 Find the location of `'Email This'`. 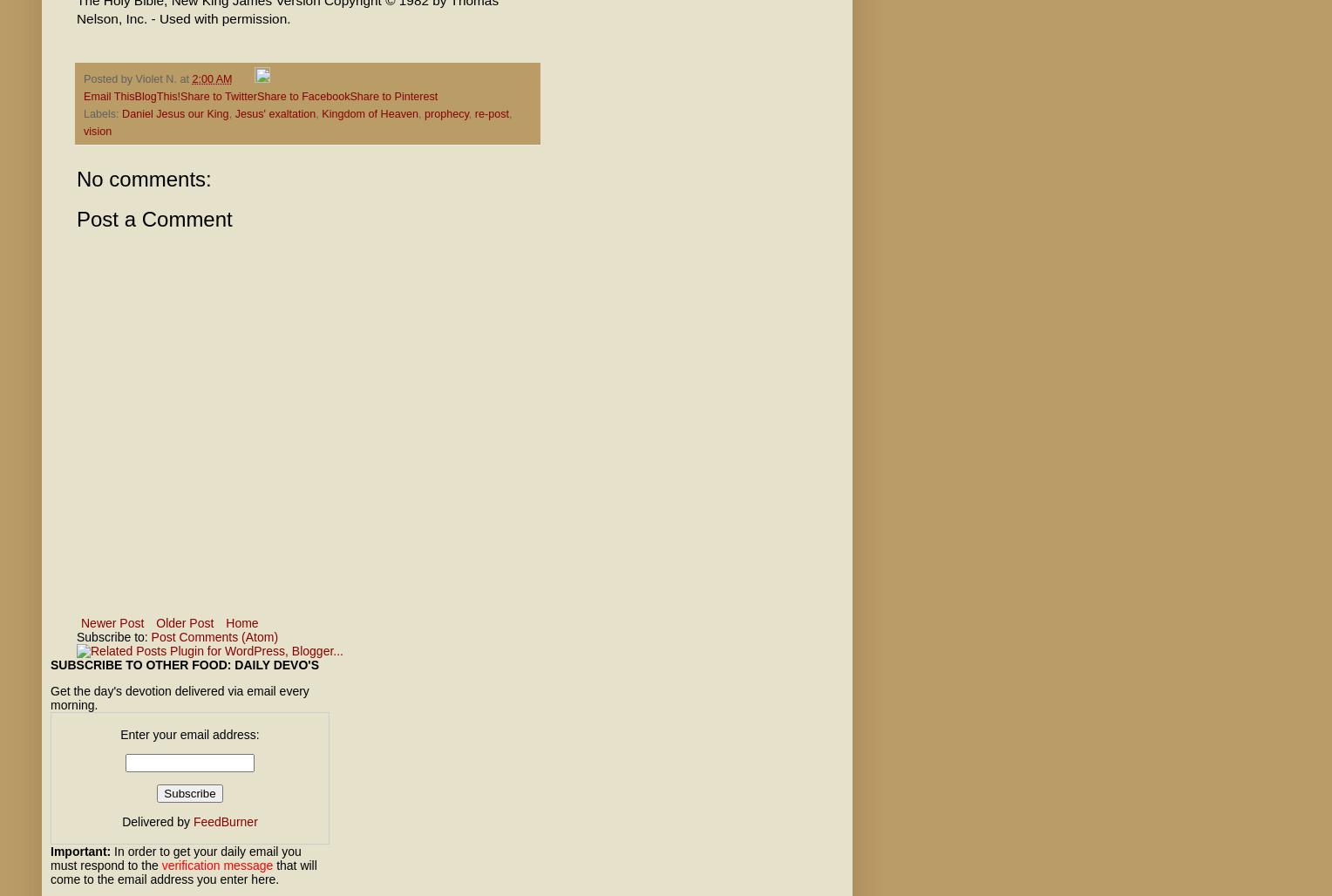

'Email This' is located at coordinates (107, 96).